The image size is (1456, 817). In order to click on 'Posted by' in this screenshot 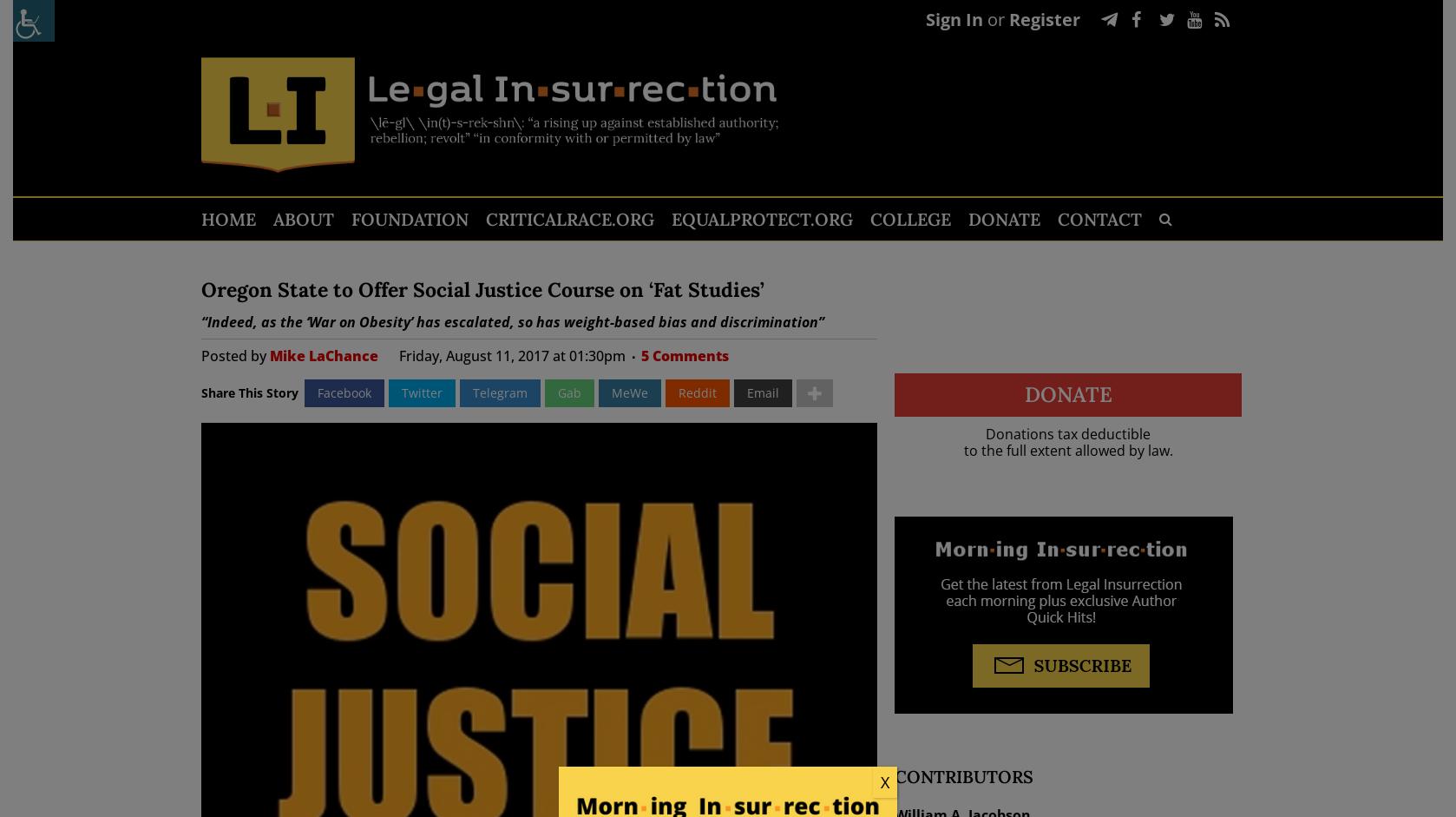, I will do `click(234, 354)`.